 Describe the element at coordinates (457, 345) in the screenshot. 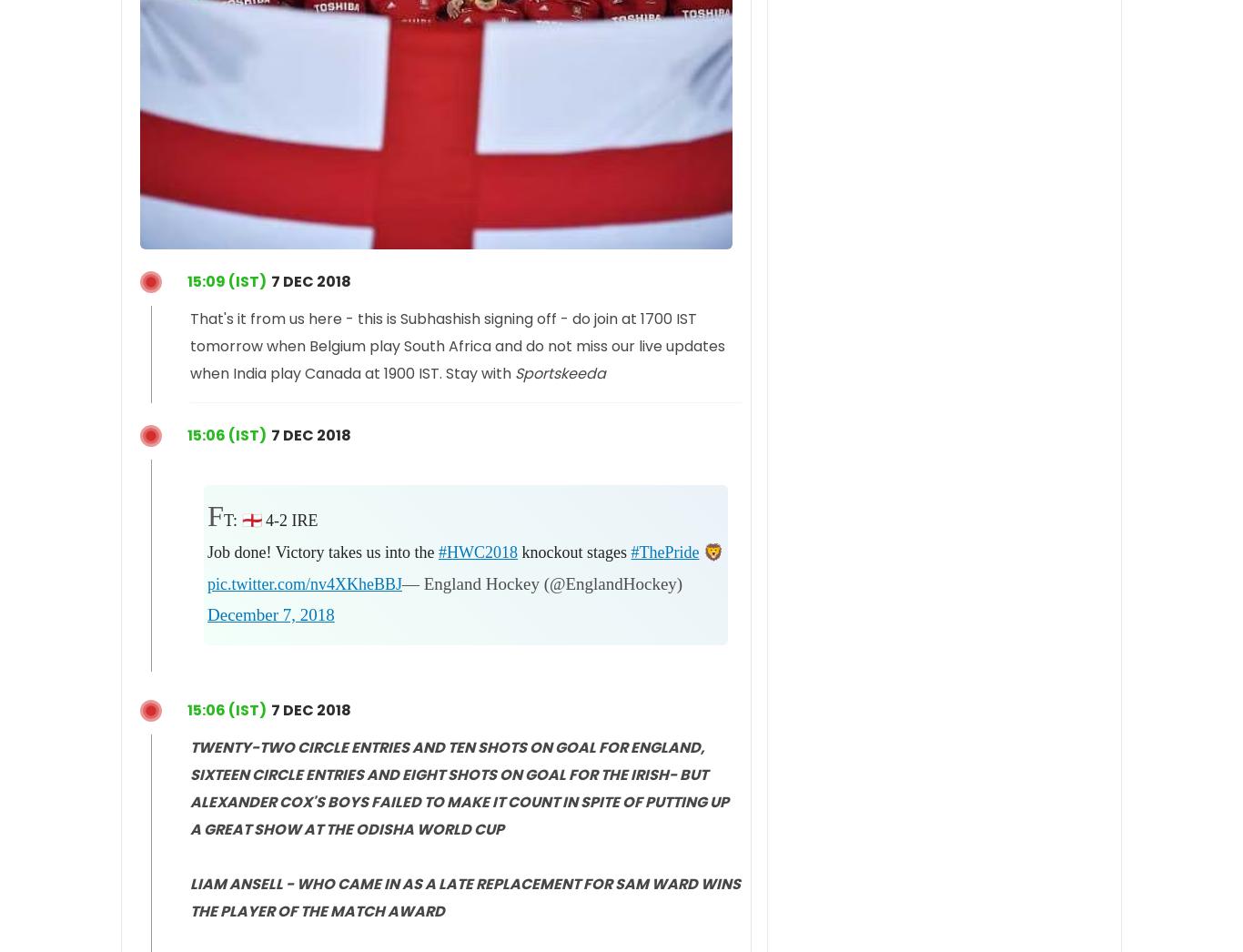

I see `'That's it from us here - this is Subhashish signing off - do join at 1700 IST tomorrow when Belgium play South Africa and do not miss our live updates when India play Canada at 1900 IST. Stay with'` at that location.